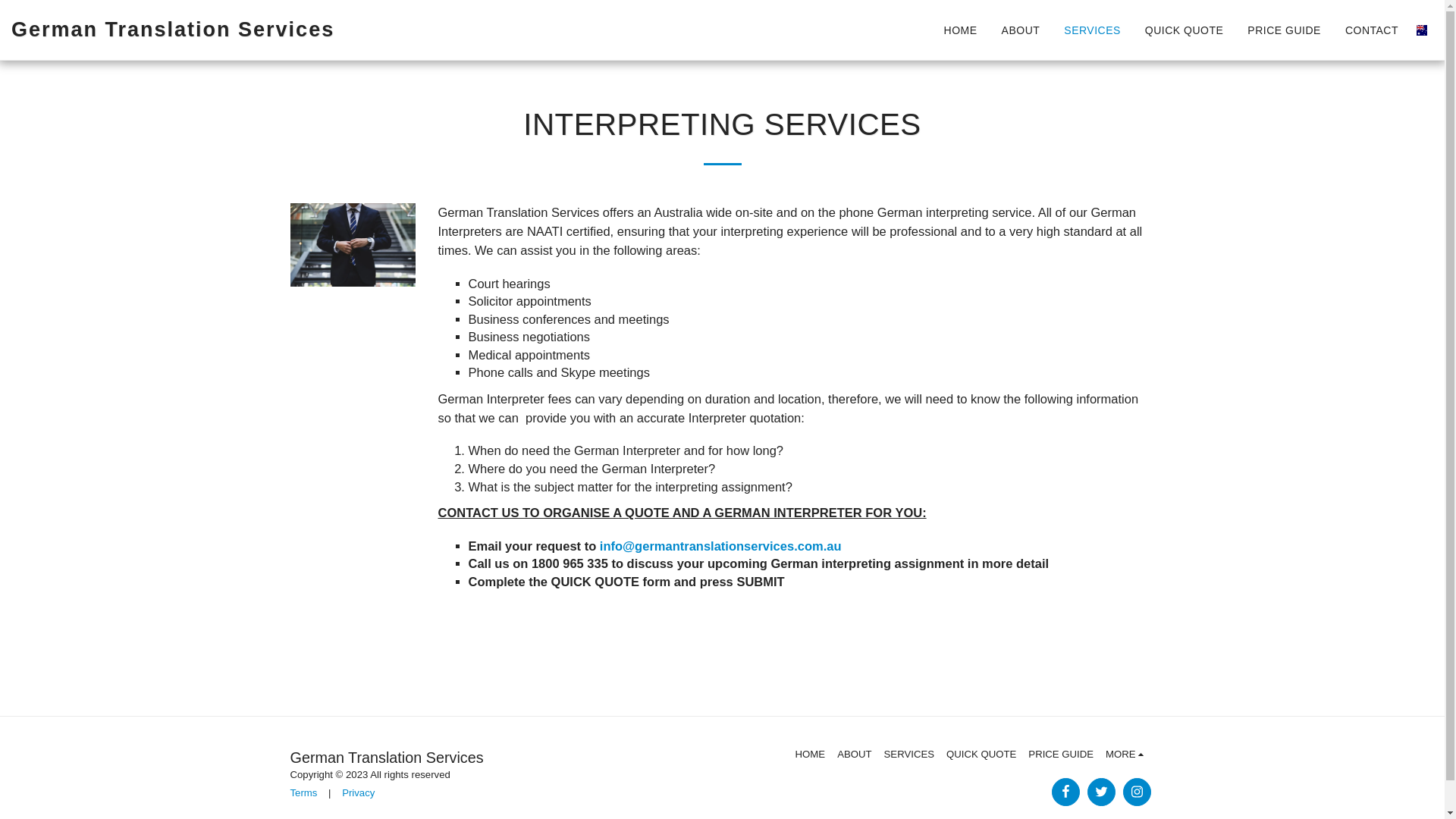 This screenshot has height=819, width=1456. I want to click on 'ABOUT', so click(836, 755).